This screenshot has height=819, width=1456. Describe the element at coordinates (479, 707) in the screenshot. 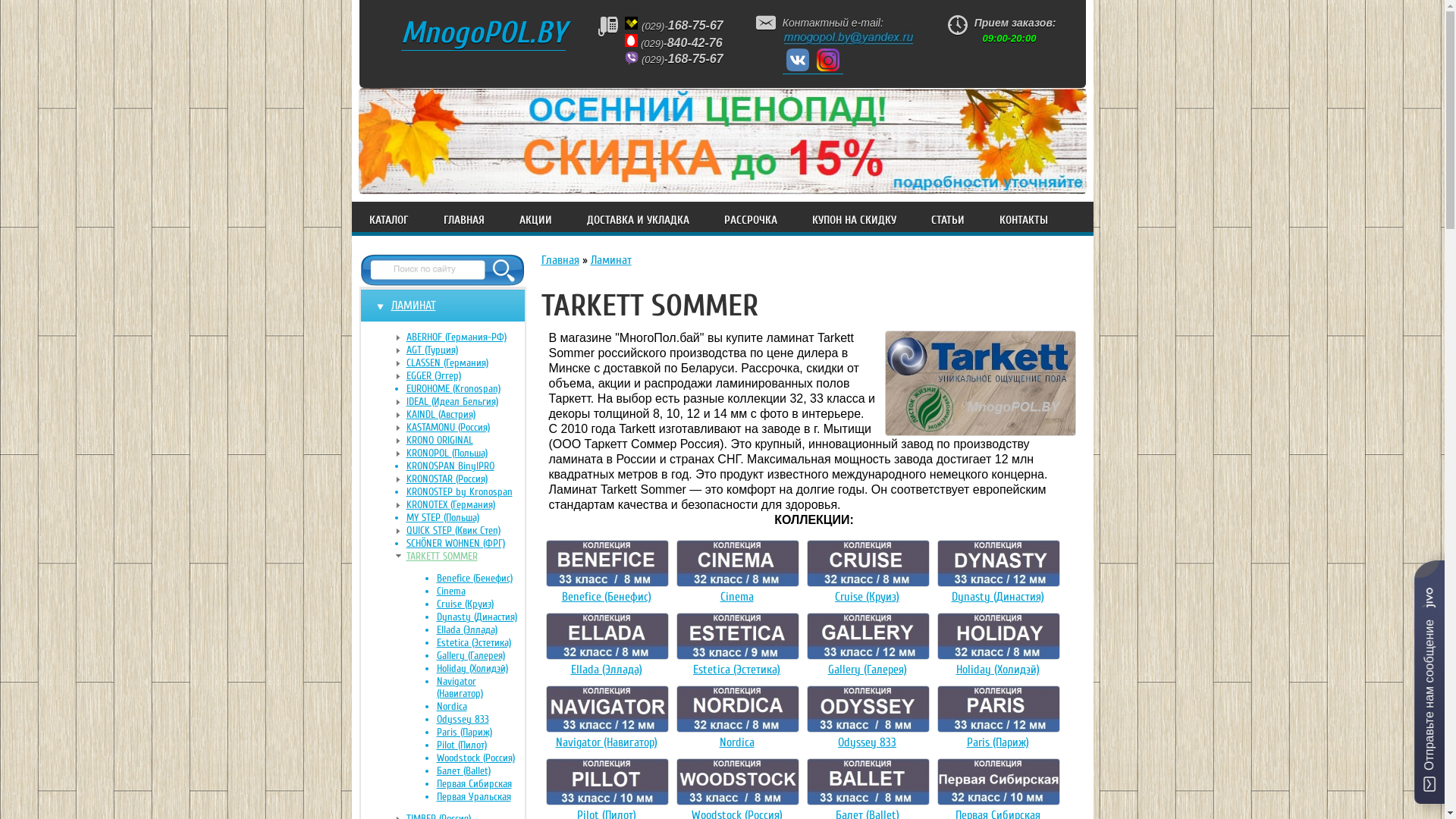

I see `'Nordica'` at that location.